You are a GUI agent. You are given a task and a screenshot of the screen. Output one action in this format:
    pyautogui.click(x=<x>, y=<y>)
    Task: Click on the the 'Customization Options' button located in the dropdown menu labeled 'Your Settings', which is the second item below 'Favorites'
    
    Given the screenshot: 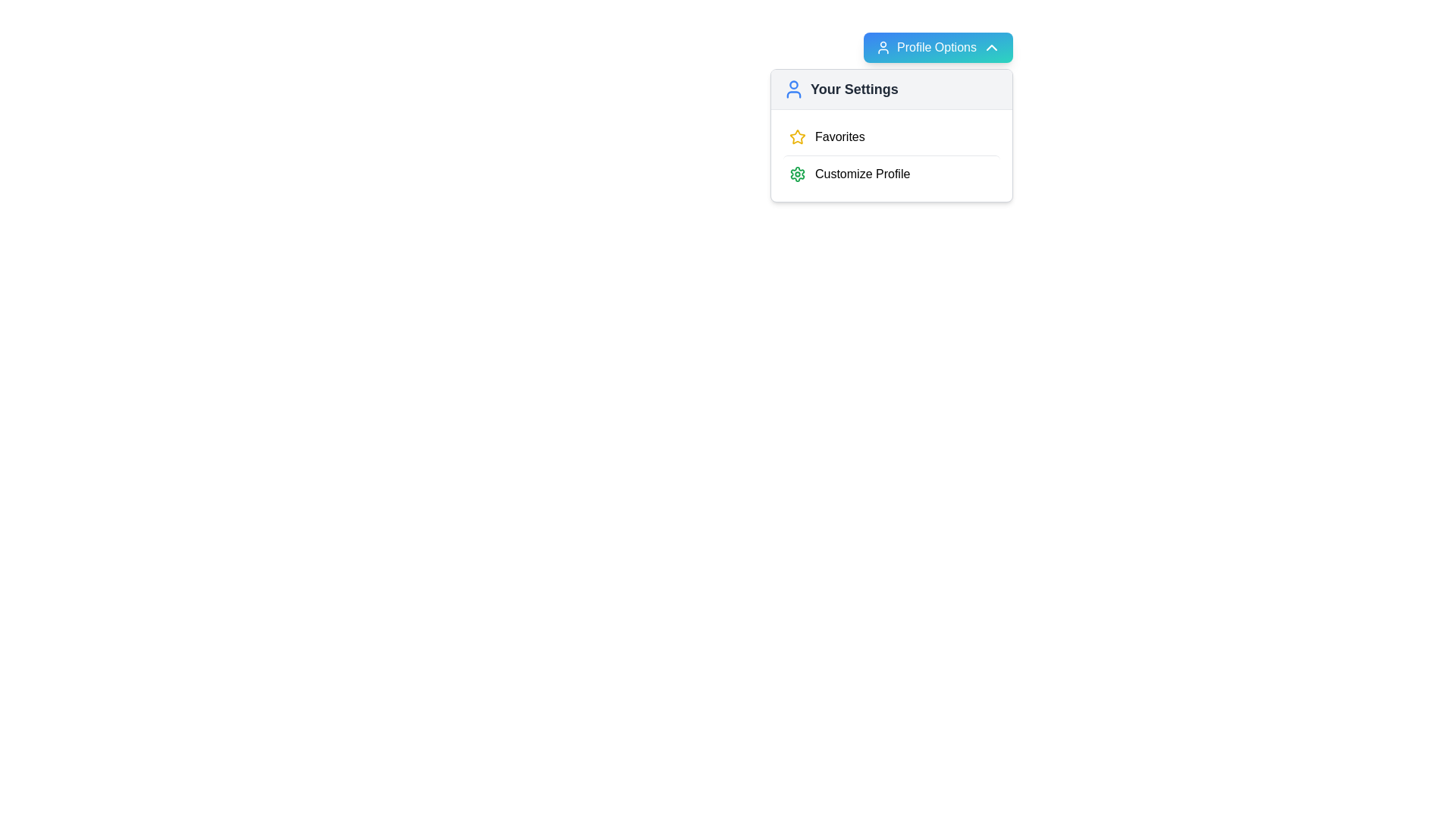 What is the action you would take?
    pyautogui.click(x=892, y=173)
    